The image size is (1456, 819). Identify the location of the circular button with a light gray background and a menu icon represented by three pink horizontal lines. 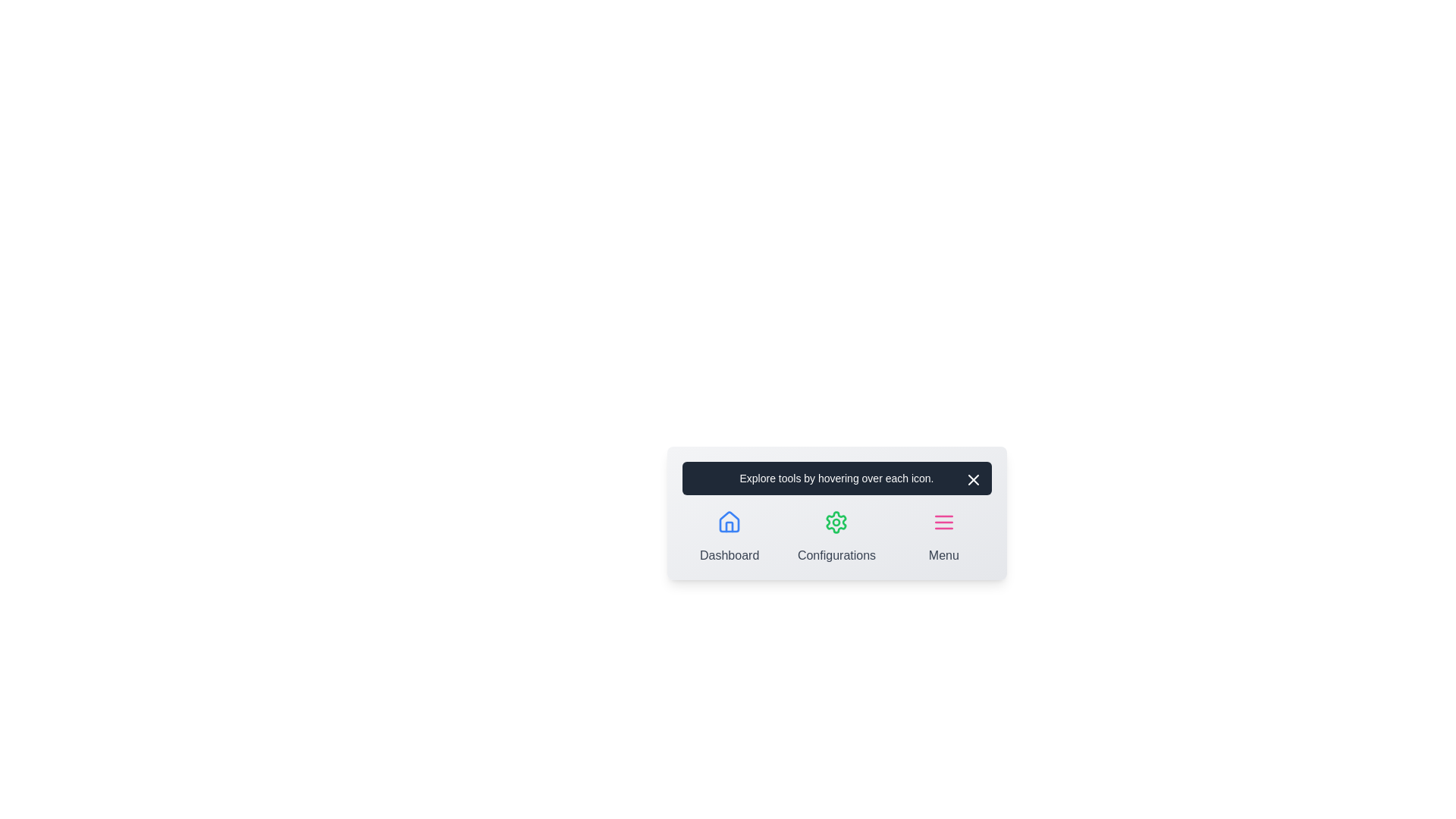
(943, 522).